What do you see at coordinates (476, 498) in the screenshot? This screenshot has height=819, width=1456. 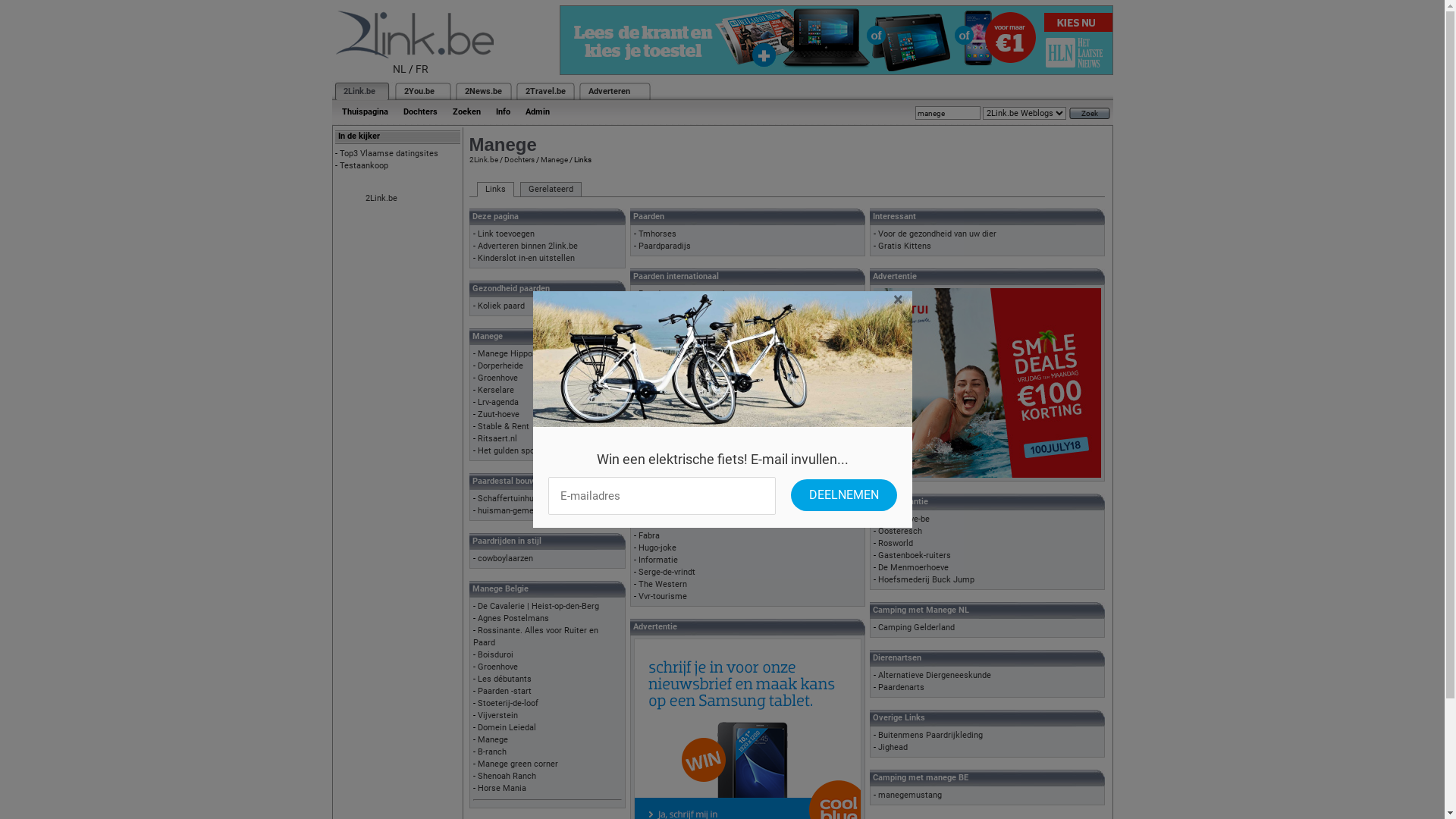 I see `'Schaffertuinhuizen en paardenstallen'` at bounding box center [476, 498].